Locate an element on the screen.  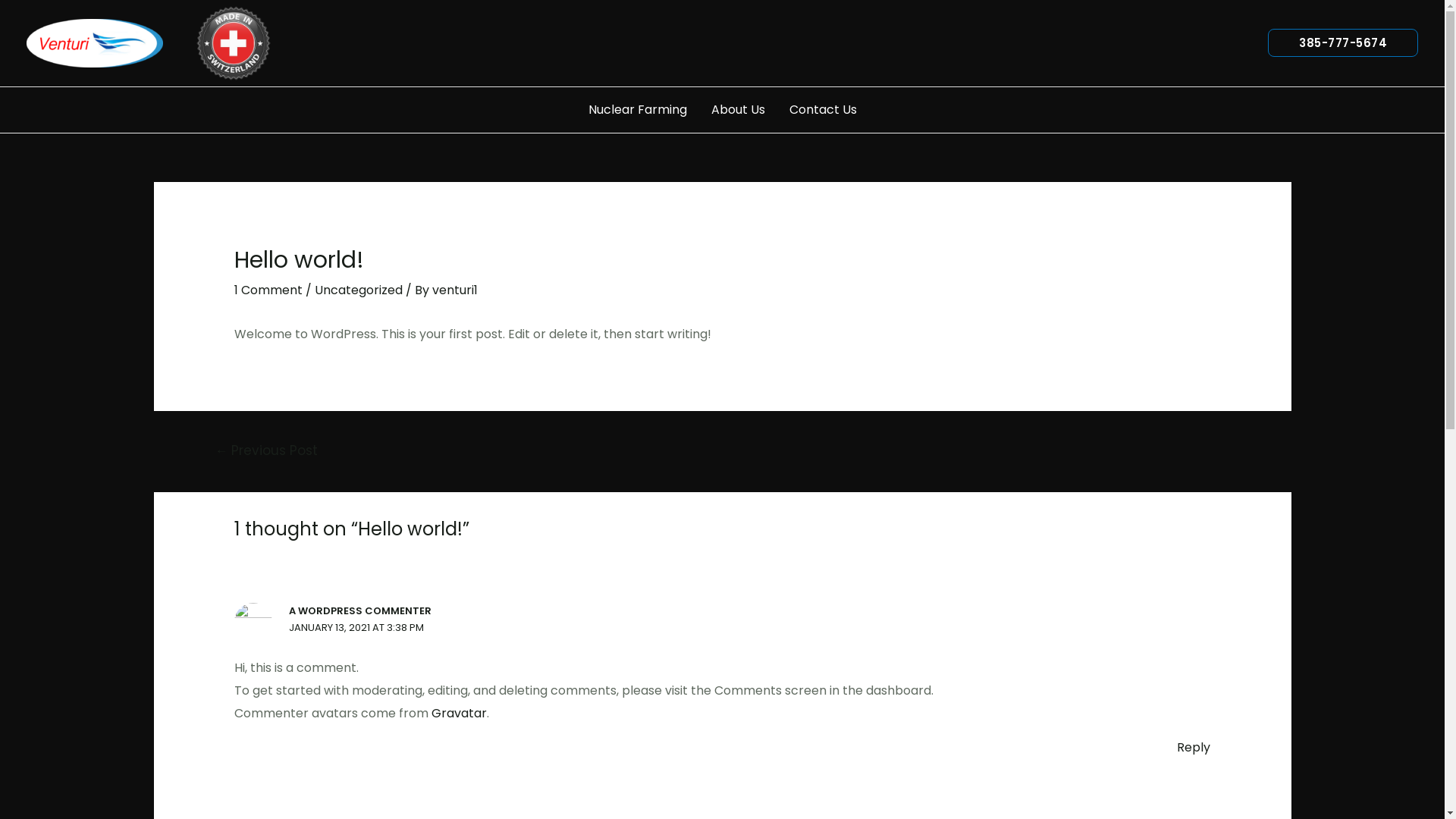
'Uncategorized' is located at coordinates (313, 290).